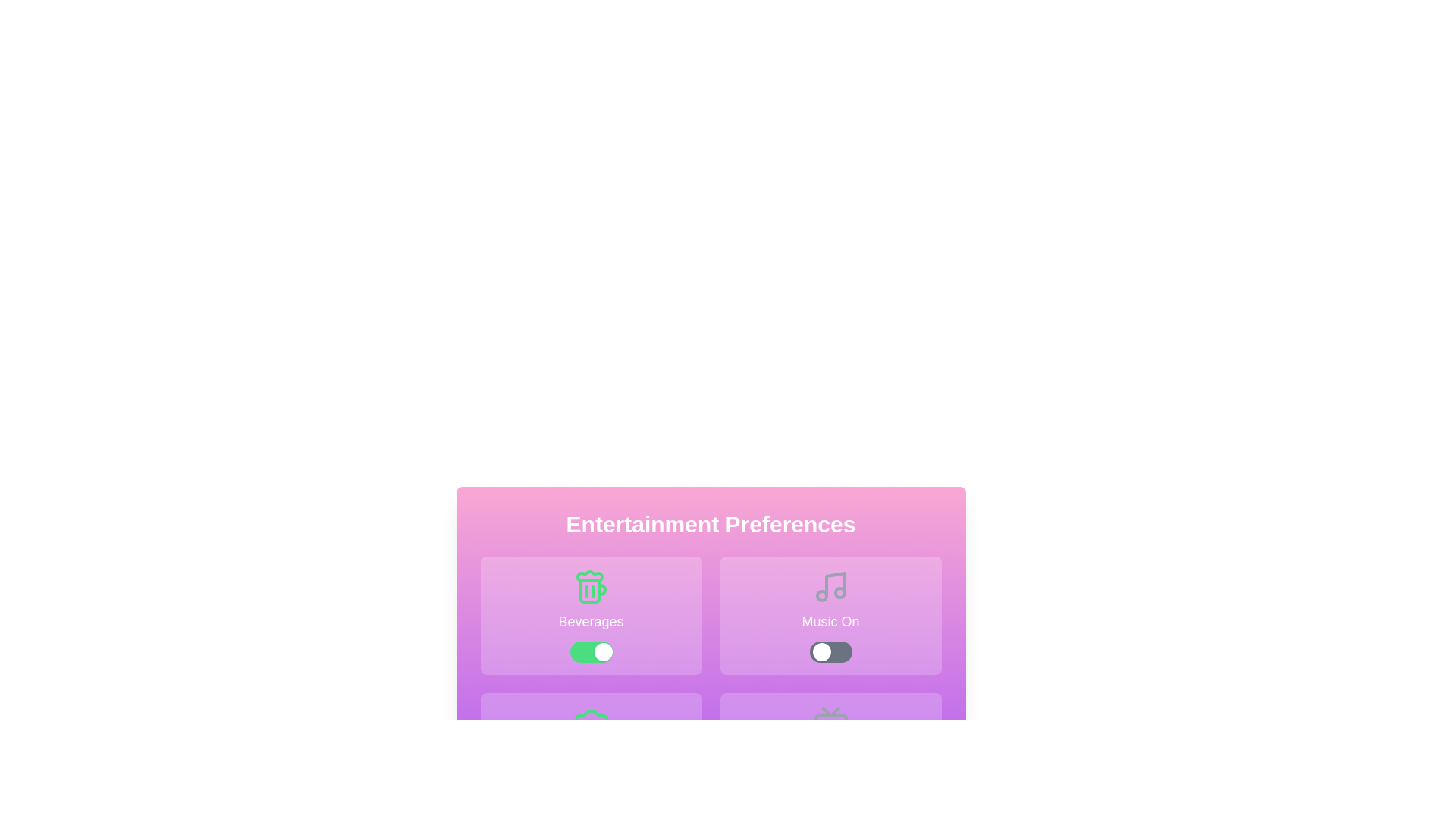 This screenshot has width=1456, height=819. Describe the element at coordinates (830, 616) in the screenshot. I see `the icon corresponding to the feature Music On` at that location.